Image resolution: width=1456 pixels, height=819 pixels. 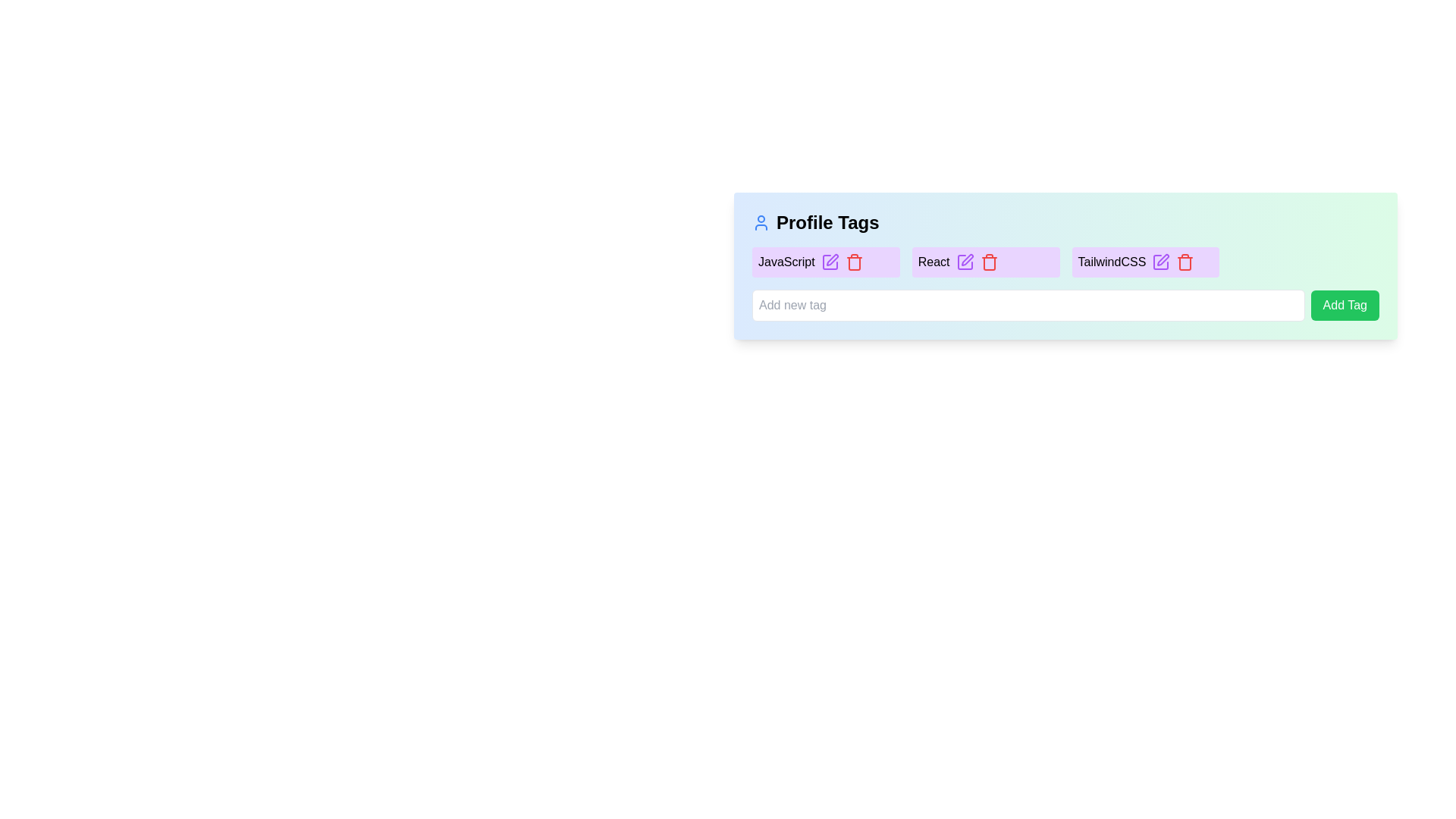 What do you see at coordinates (829, 262) in the screenshot?
I see `the purple square icon representing editing actions located to the right of the 'JavaScript' tag` at bounding box center [829, 262].